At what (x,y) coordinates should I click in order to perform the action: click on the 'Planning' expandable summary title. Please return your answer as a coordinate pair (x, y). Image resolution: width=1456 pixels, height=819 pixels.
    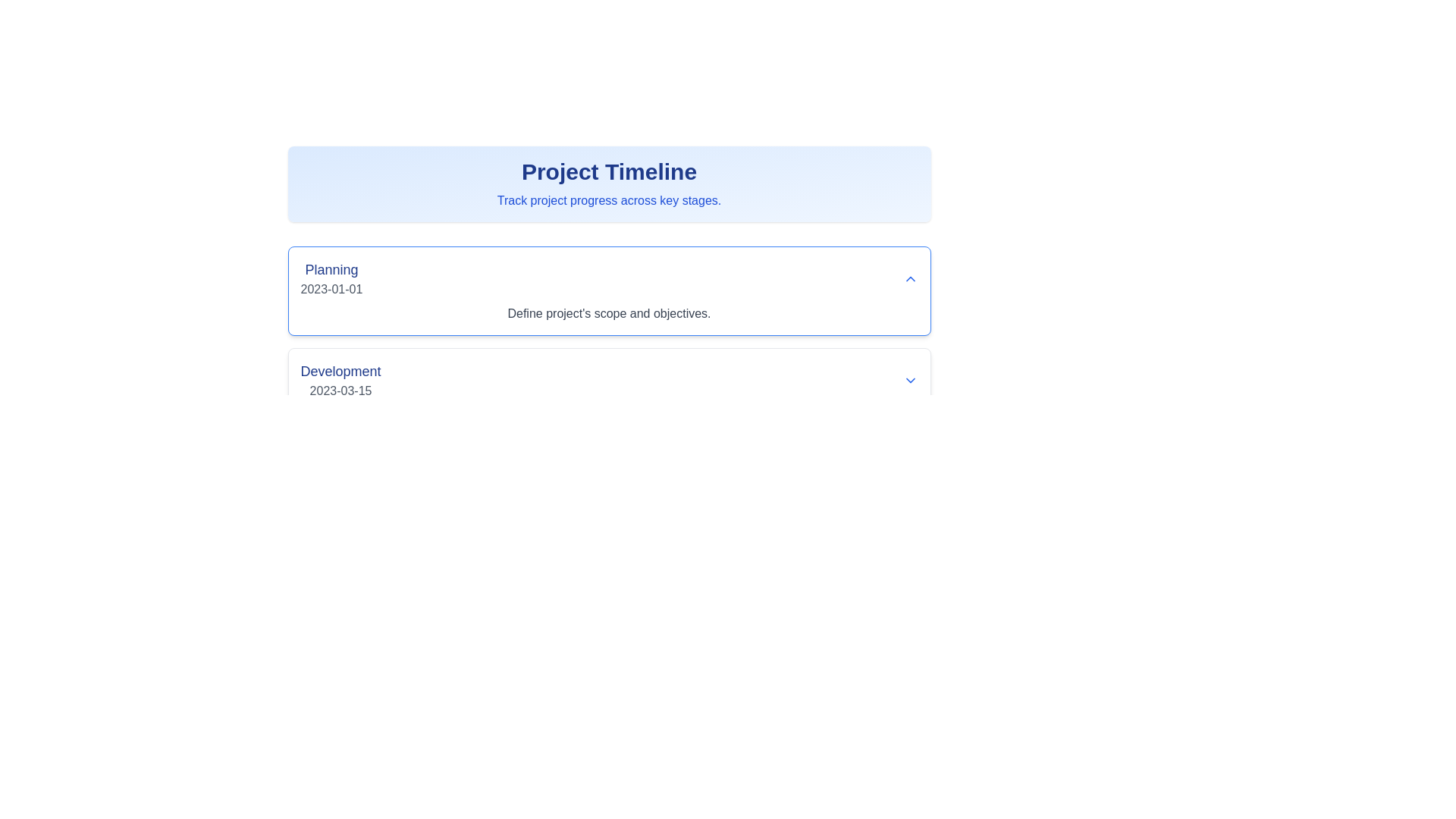
    Looking at the image, I should click on (609, 278).